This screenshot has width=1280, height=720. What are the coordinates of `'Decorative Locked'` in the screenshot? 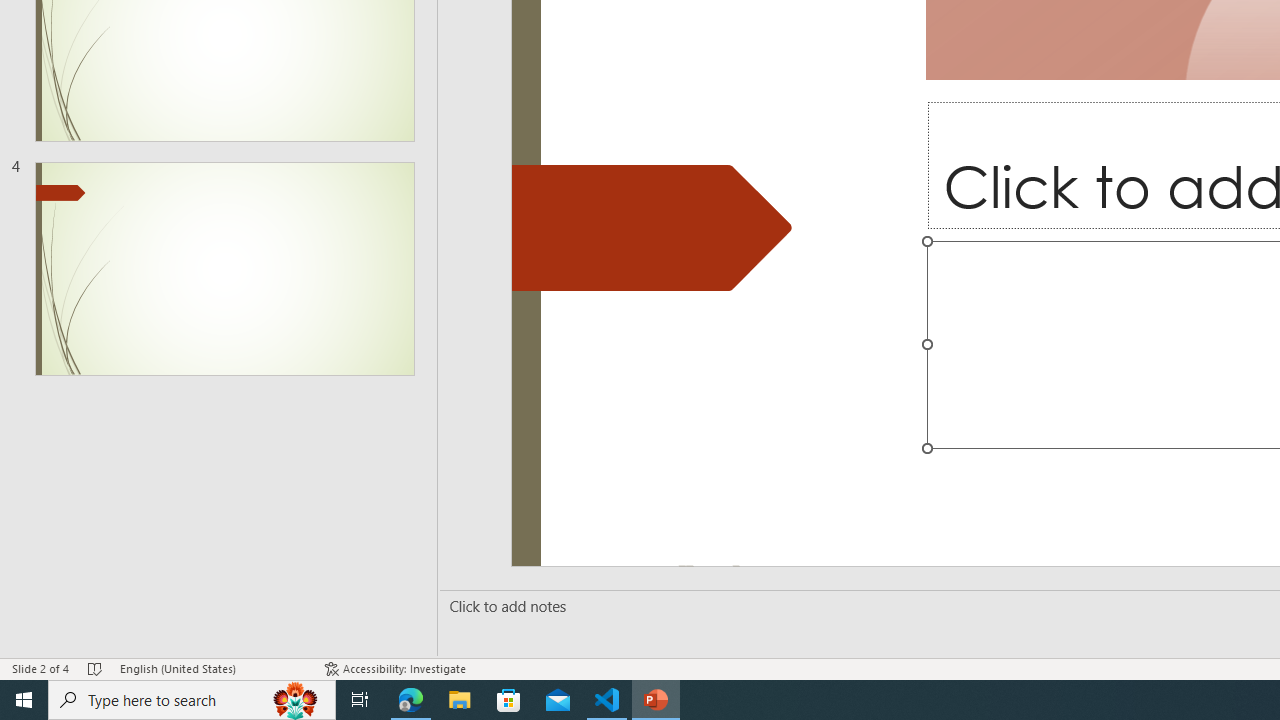 It's located at (652, 226).